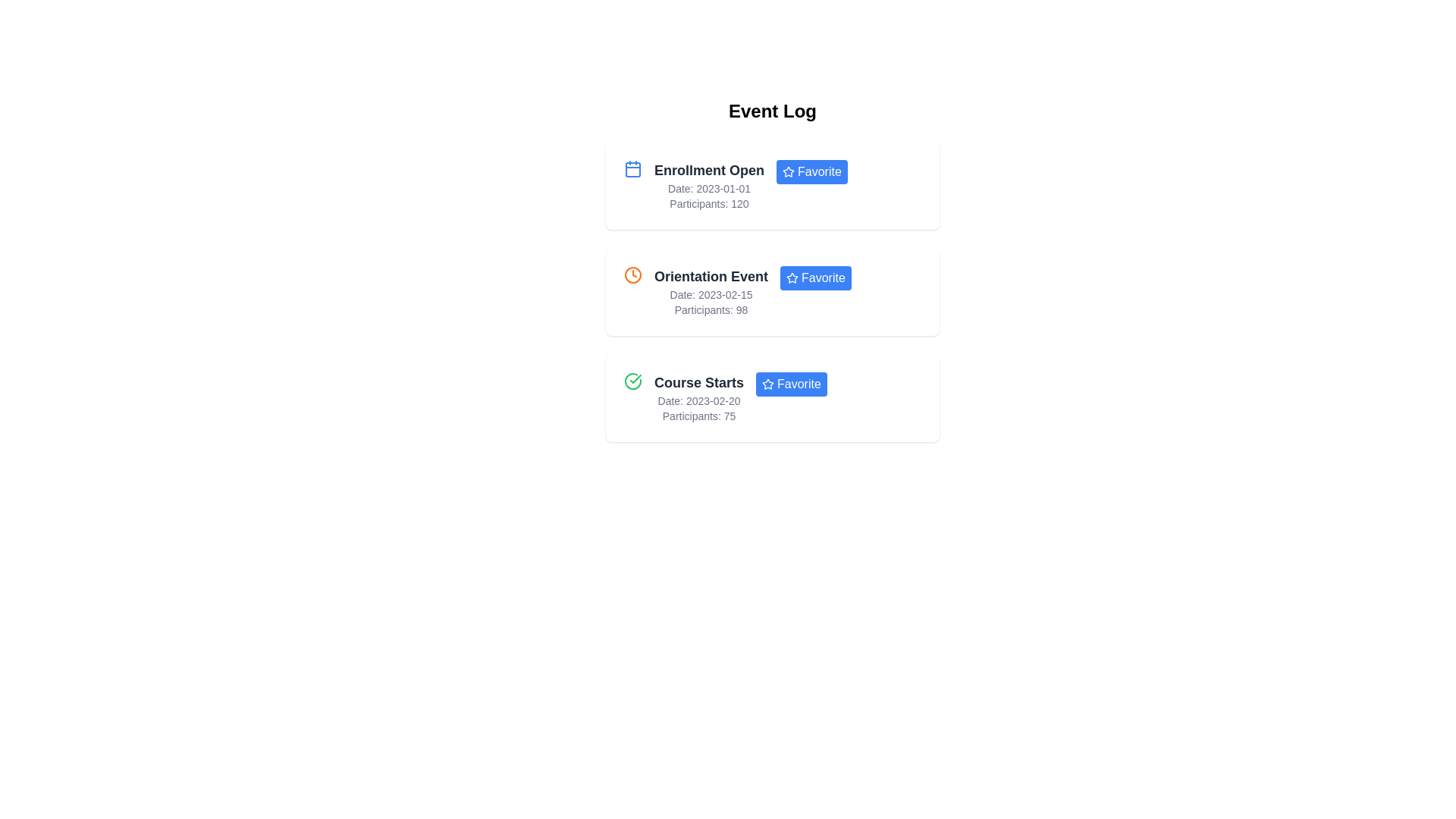 This screenshot has height=819, width=1456. Describe the element at coordinates (633, 169) in the screenshot. I see `the rectangular component with rounded corners that is part of the calendar icon representation, located to the left of the 'Enrollment Open' text` at that location.